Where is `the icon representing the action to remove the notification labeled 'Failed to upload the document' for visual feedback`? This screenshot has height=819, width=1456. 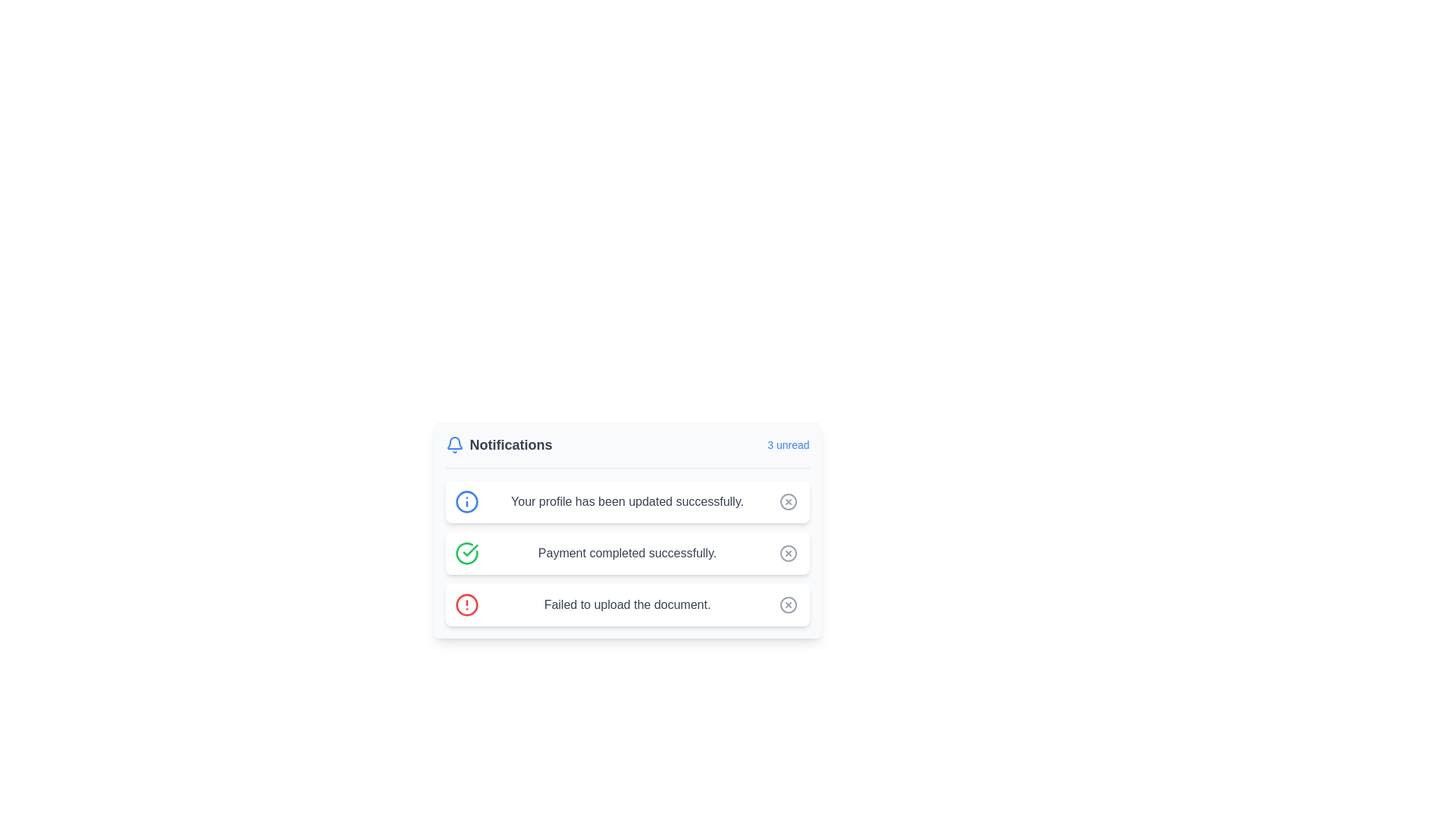
the icon representing the action to remove the notification labeled 'Failed to upload the document' for visual feedback is located at coordinates (788, 604).